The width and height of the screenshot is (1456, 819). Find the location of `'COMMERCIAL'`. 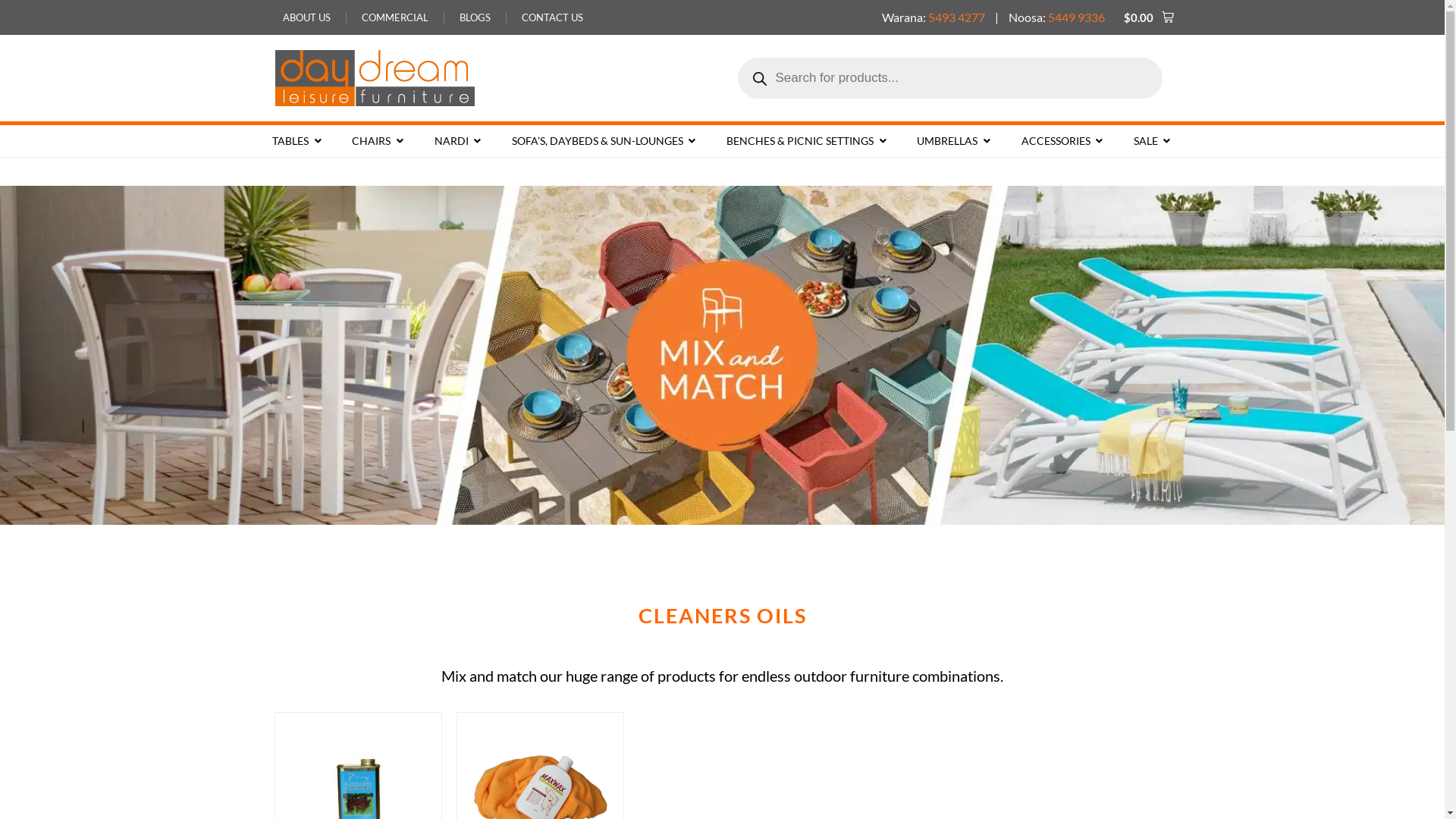

'COMMERCIAL' is located at coordinates (394, 17).